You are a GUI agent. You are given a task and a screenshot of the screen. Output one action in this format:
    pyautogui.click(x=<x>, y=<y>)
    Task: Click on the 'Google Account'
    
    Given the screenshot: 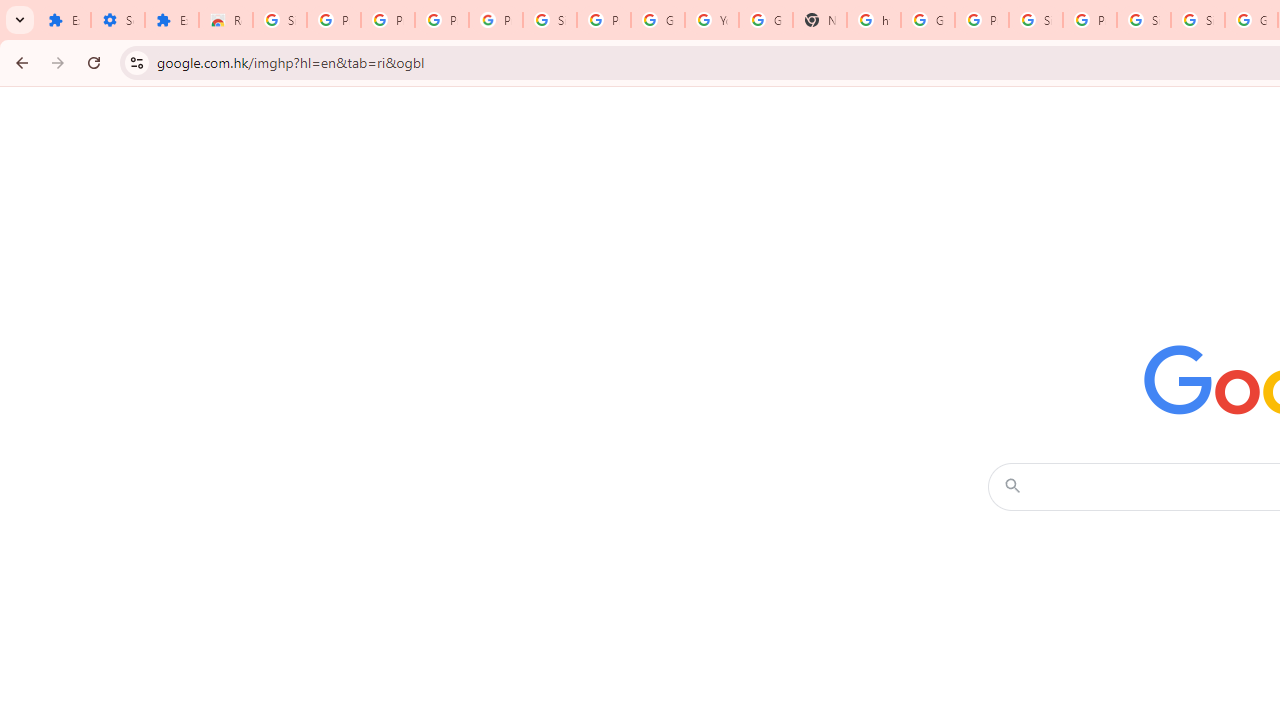 What is the action you would take?
    pyautogui.click(x=657, y=20)
    